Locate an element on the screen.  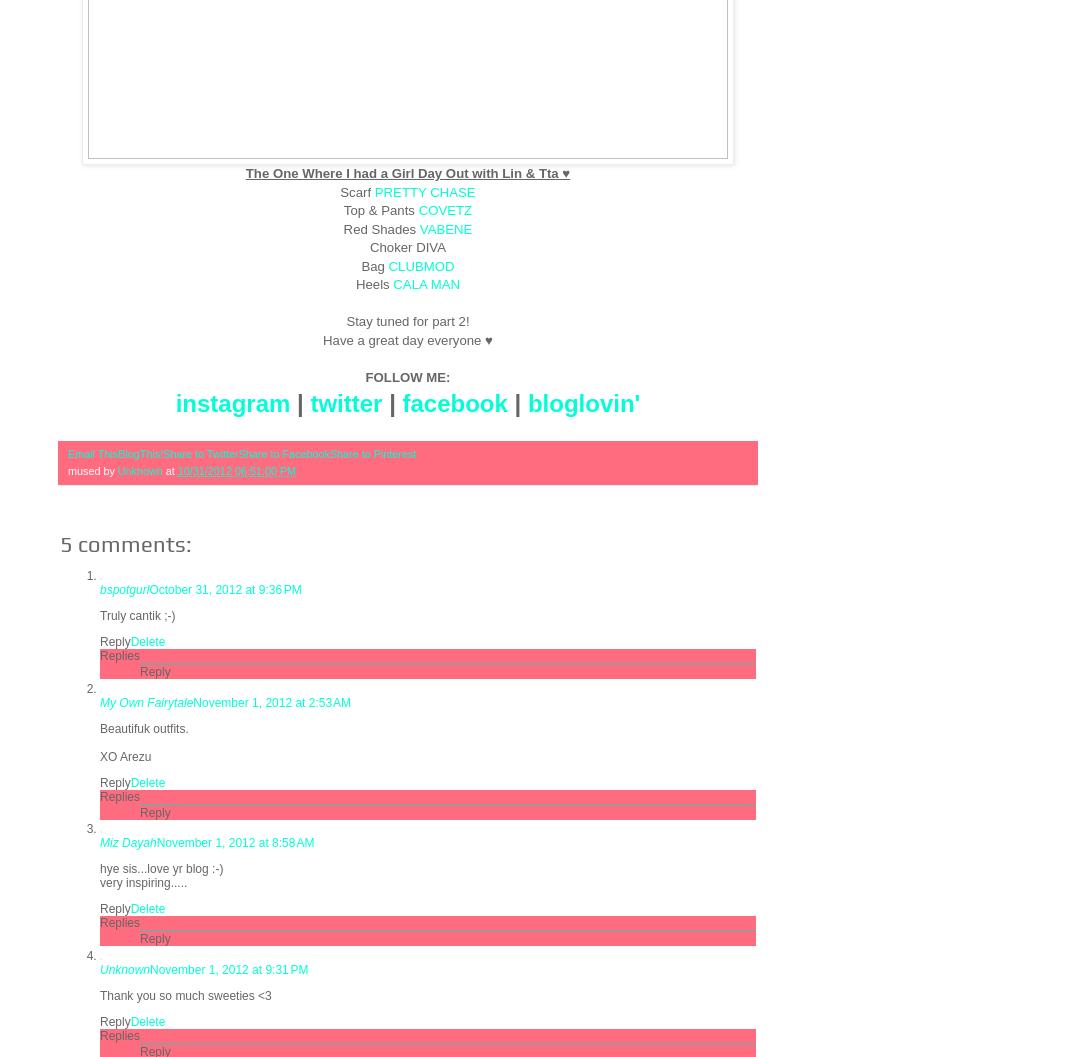
'Beautifuk outfits.' is located at coordinates (143, 726).